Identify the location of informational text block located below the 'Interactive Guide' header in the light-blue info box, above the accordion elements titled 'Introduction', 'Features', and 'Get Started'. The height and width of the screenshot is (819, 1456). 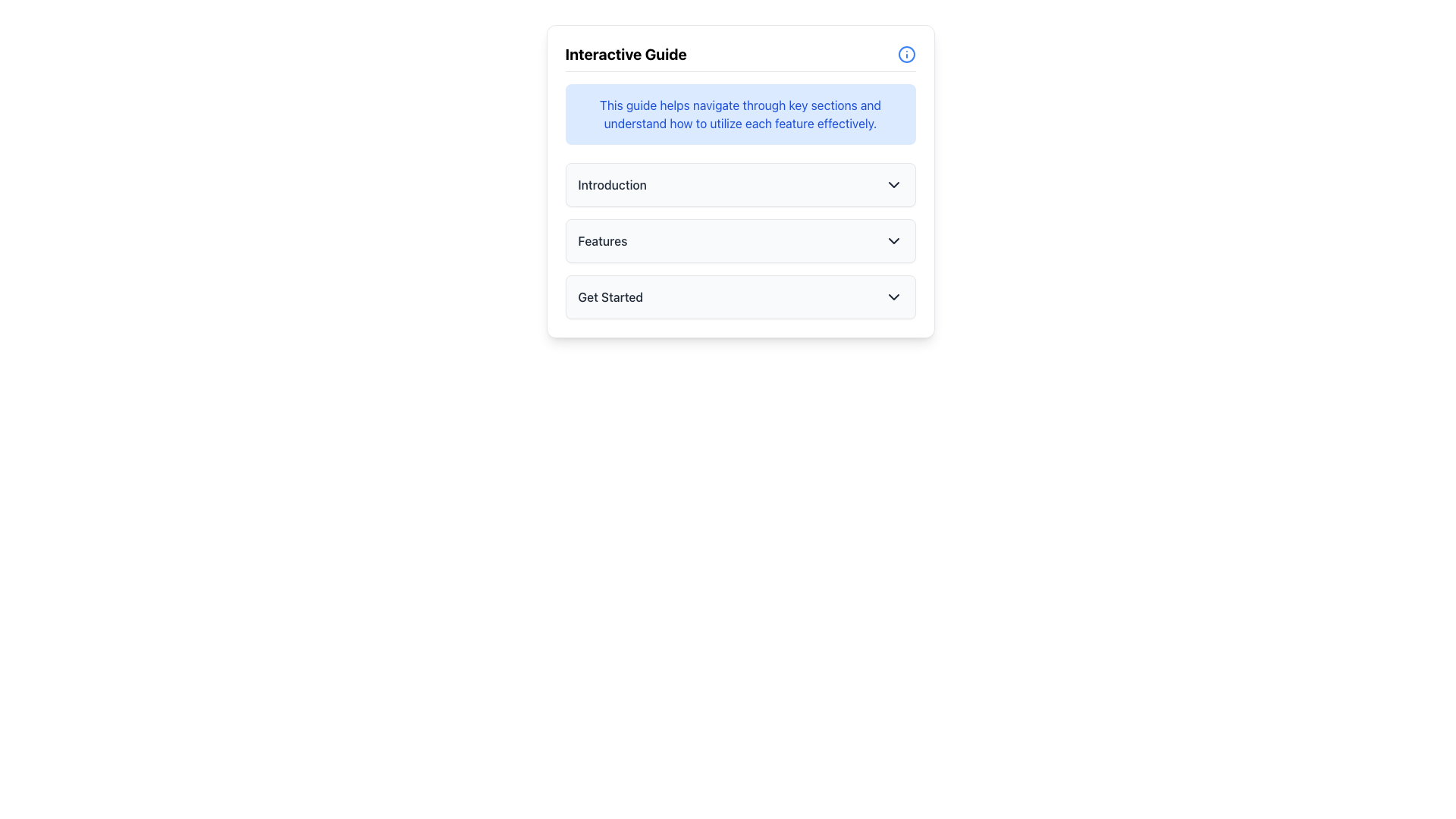
(740, 113).